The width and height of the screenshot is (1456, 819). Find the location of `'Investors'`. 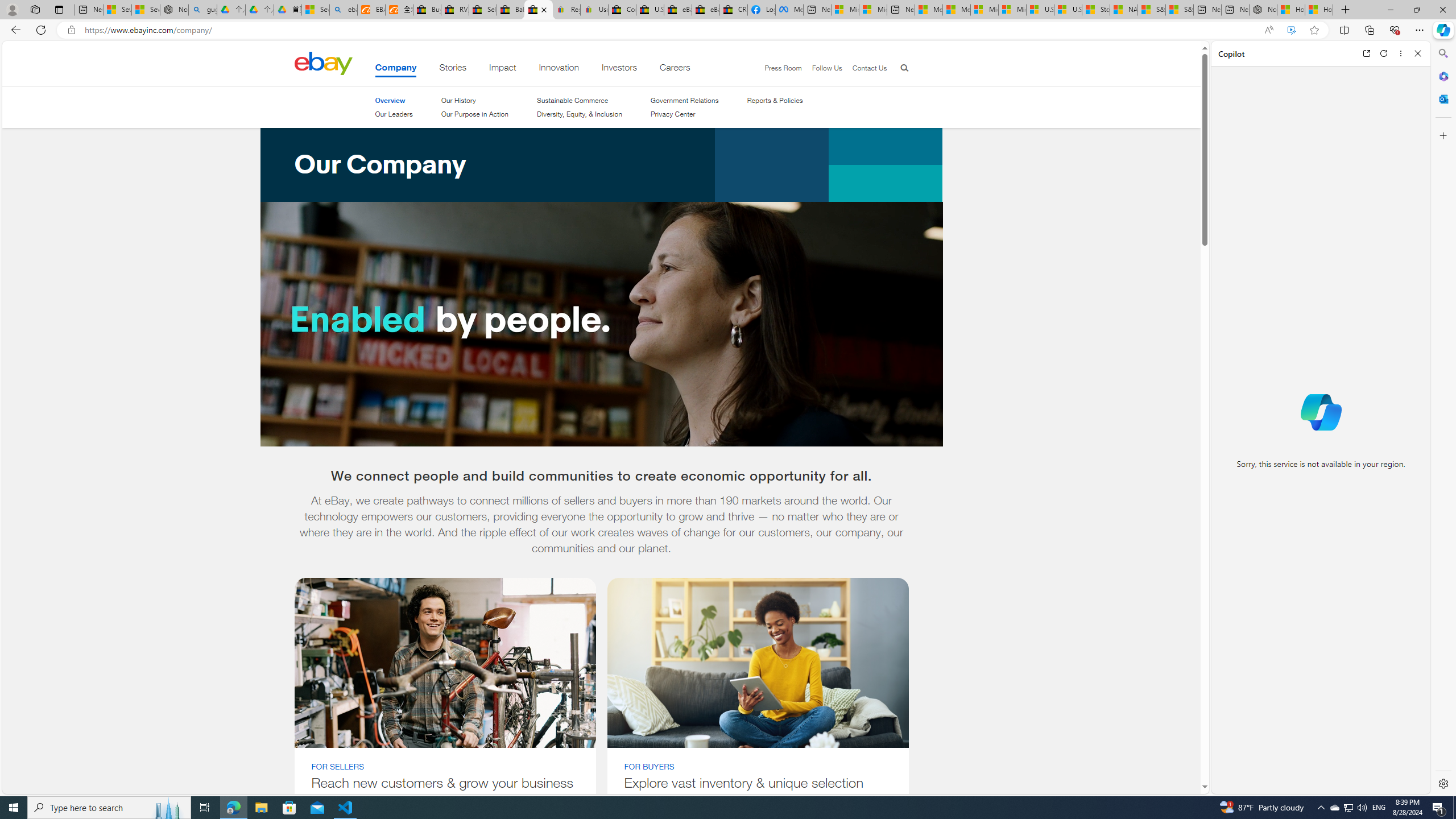

'Investors' is located at coordinates (619, 69).